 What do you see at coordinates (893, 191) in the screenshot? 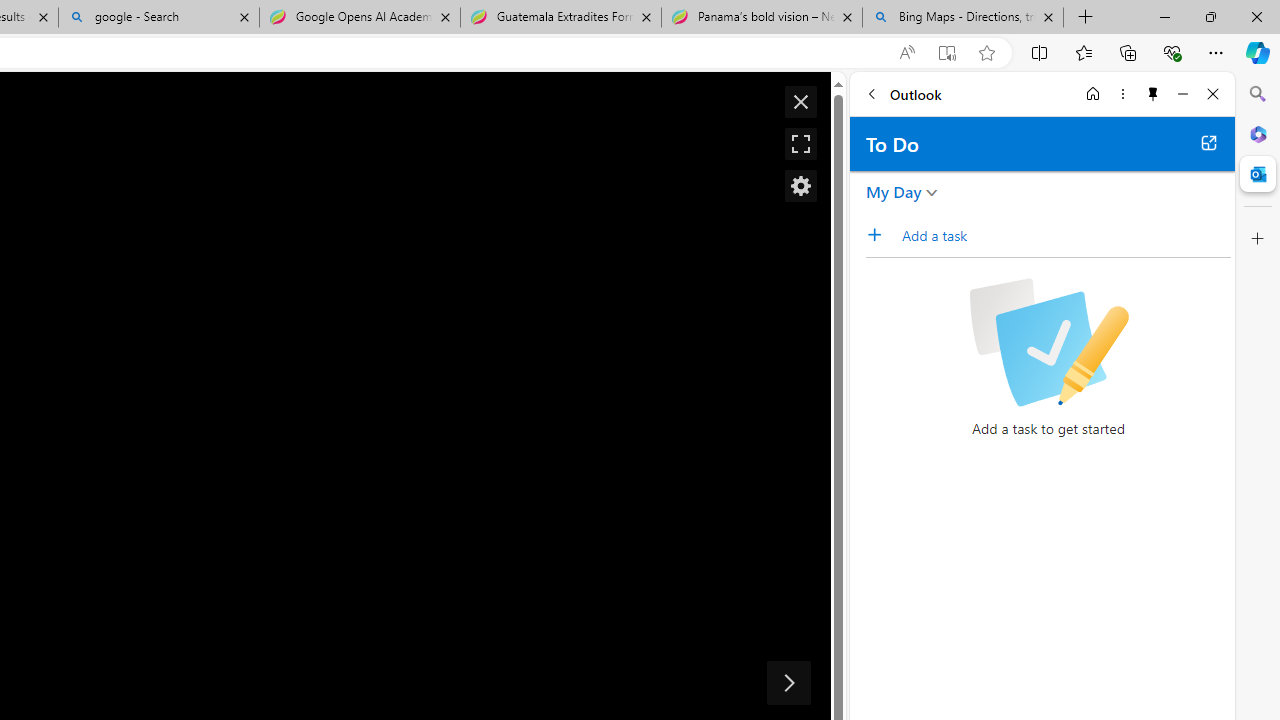
I see `'My Day'` at bounding box center [893, 191].